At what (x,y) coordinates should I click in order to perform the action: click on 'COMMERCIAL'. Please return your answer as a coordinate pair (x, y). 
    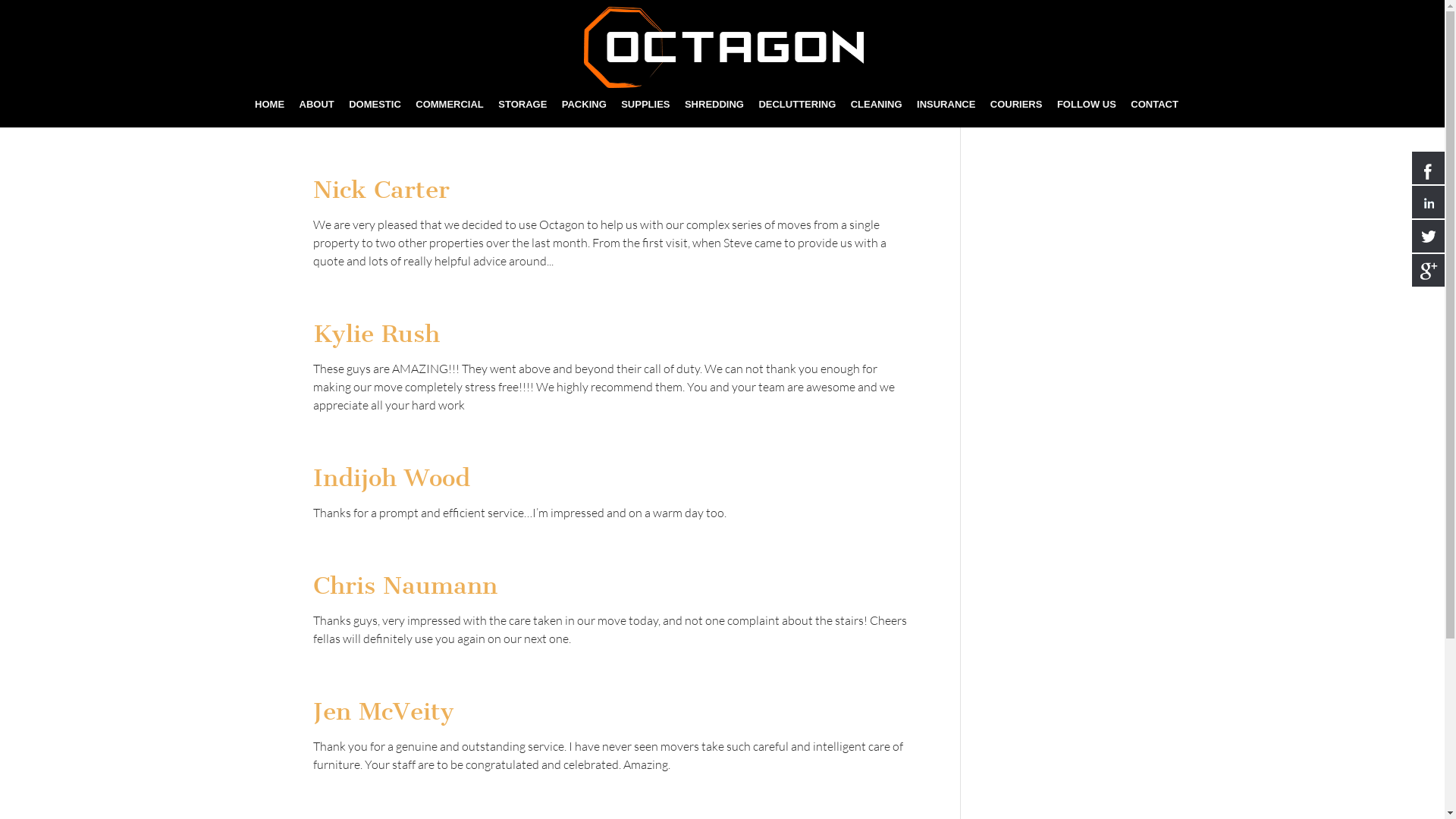
    Looking at the image, I should click on (449, 112).